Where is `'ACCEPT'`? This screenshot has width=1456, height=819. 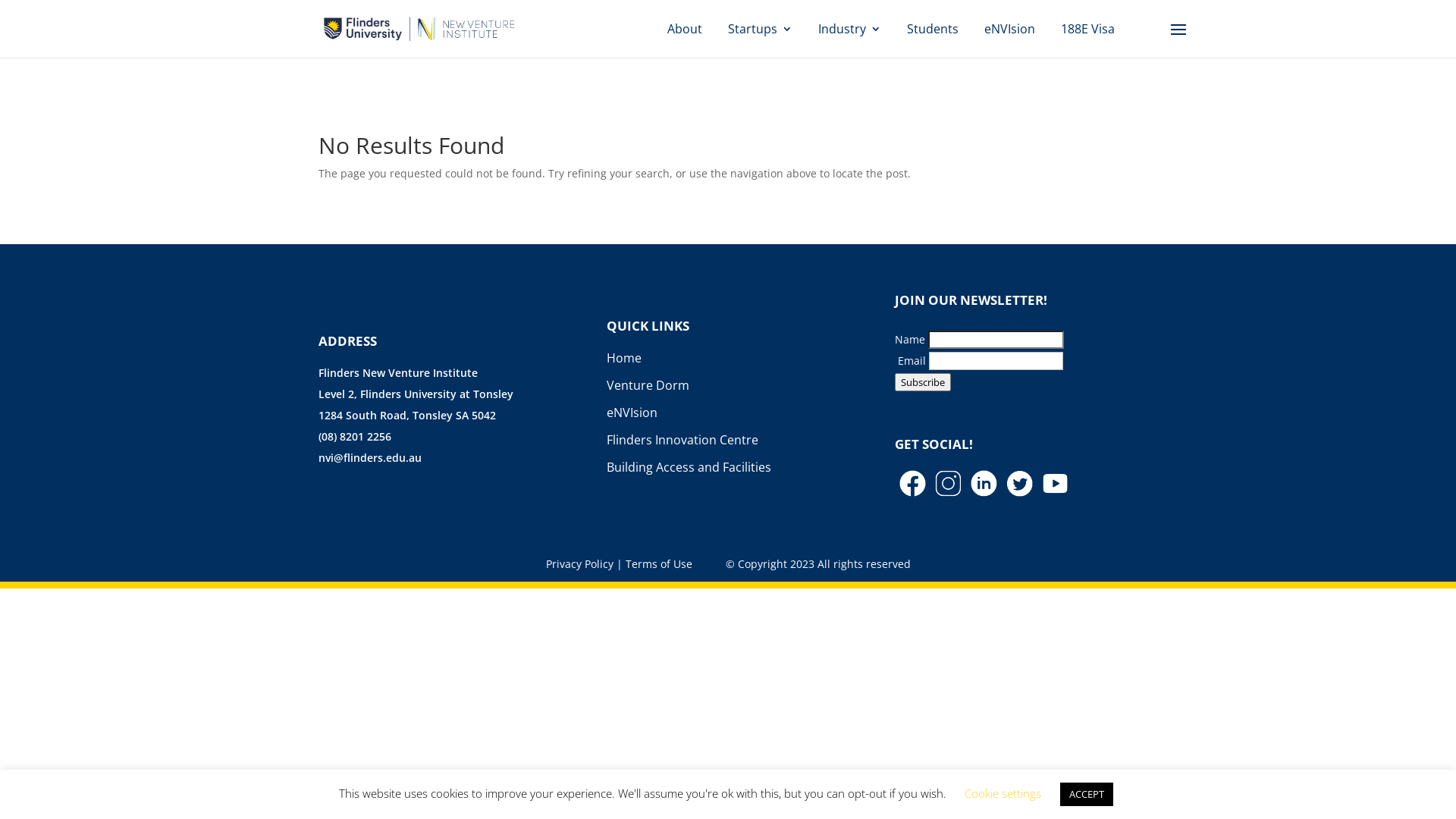
'ACCEPT' is located at coordinates (1086, 793).